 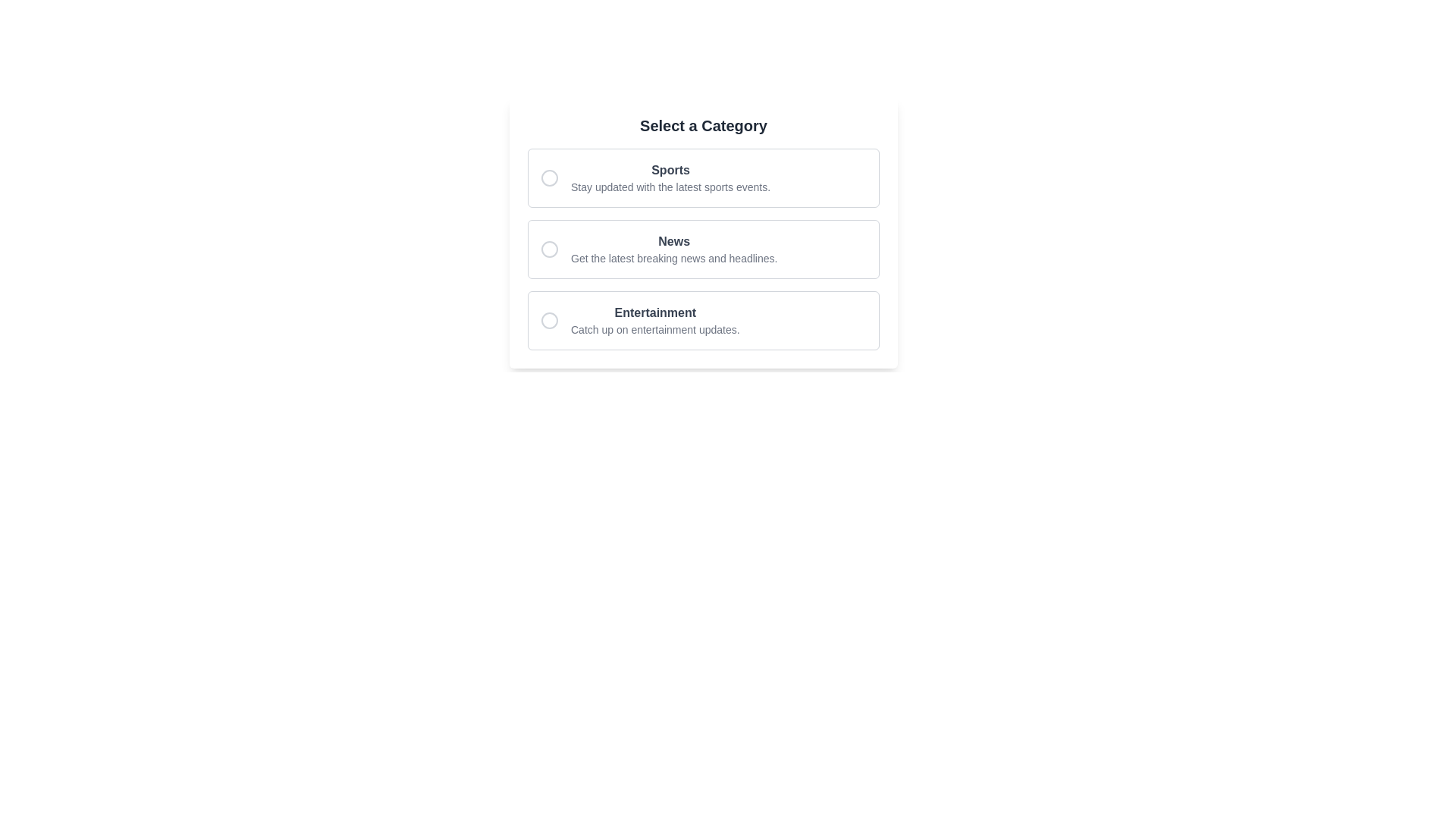 What do you see at coordinates (548, 177) in the screenshot?
I see `the radio button styled with a gray outline located to the left of the text 'Sports'` at bounding box center [548, 177].